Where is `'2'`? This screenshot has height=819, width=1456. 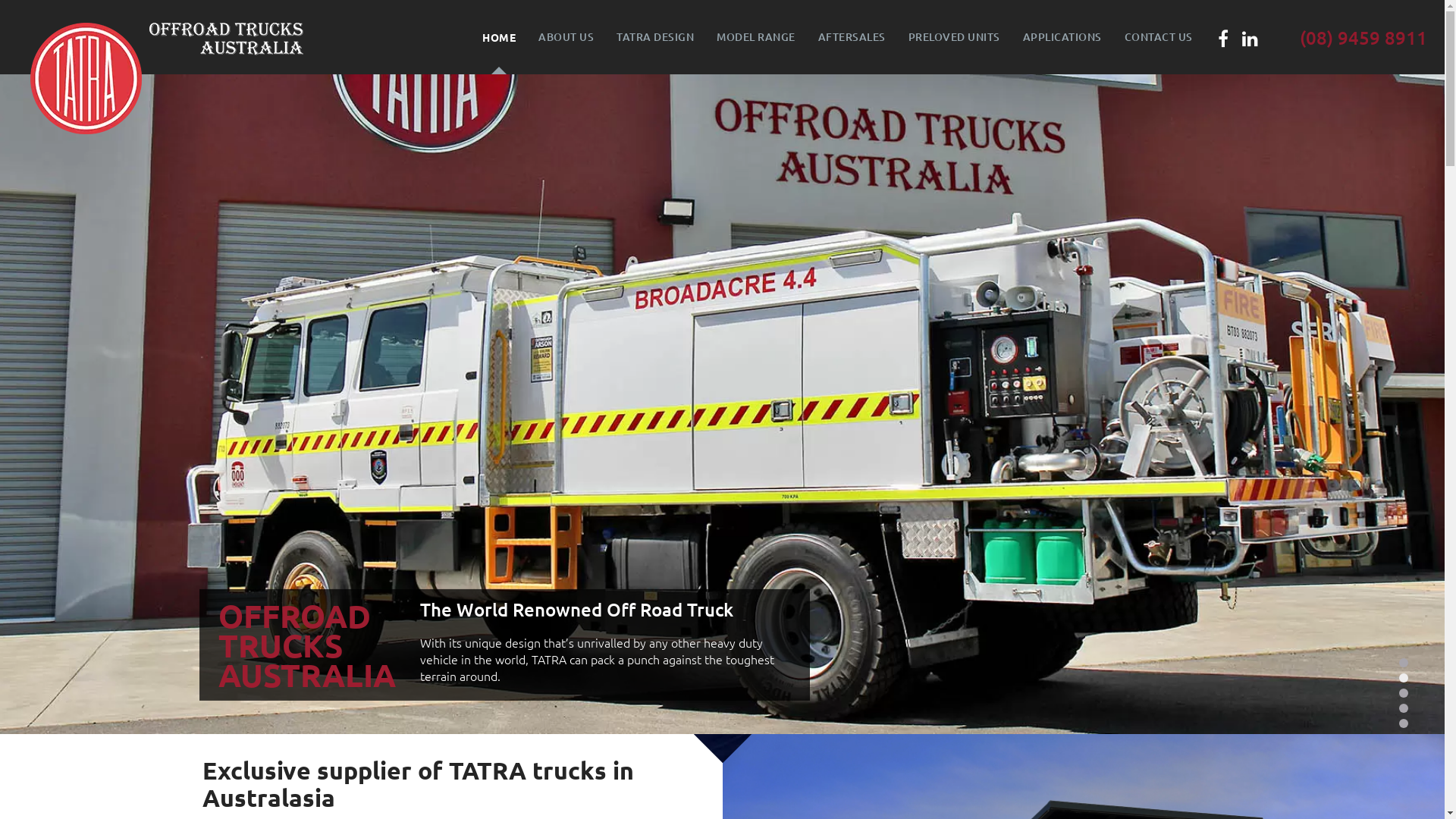 '2' is located at coordinates (1403, 677).